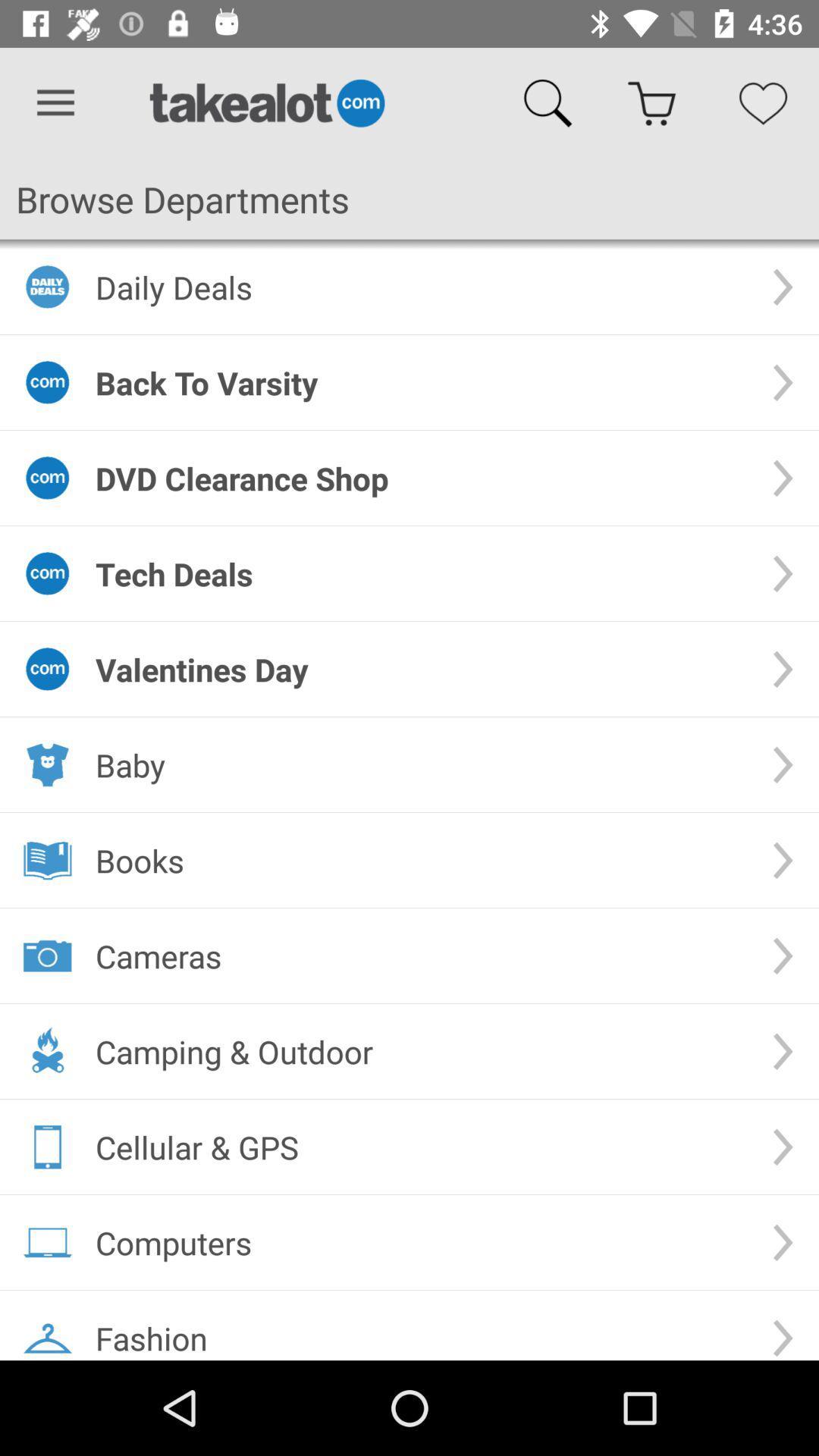  What do you see at coordinates (421, 1242) in the screenshot?
I see `icon above fashion` at bounding box center [421, 1242].